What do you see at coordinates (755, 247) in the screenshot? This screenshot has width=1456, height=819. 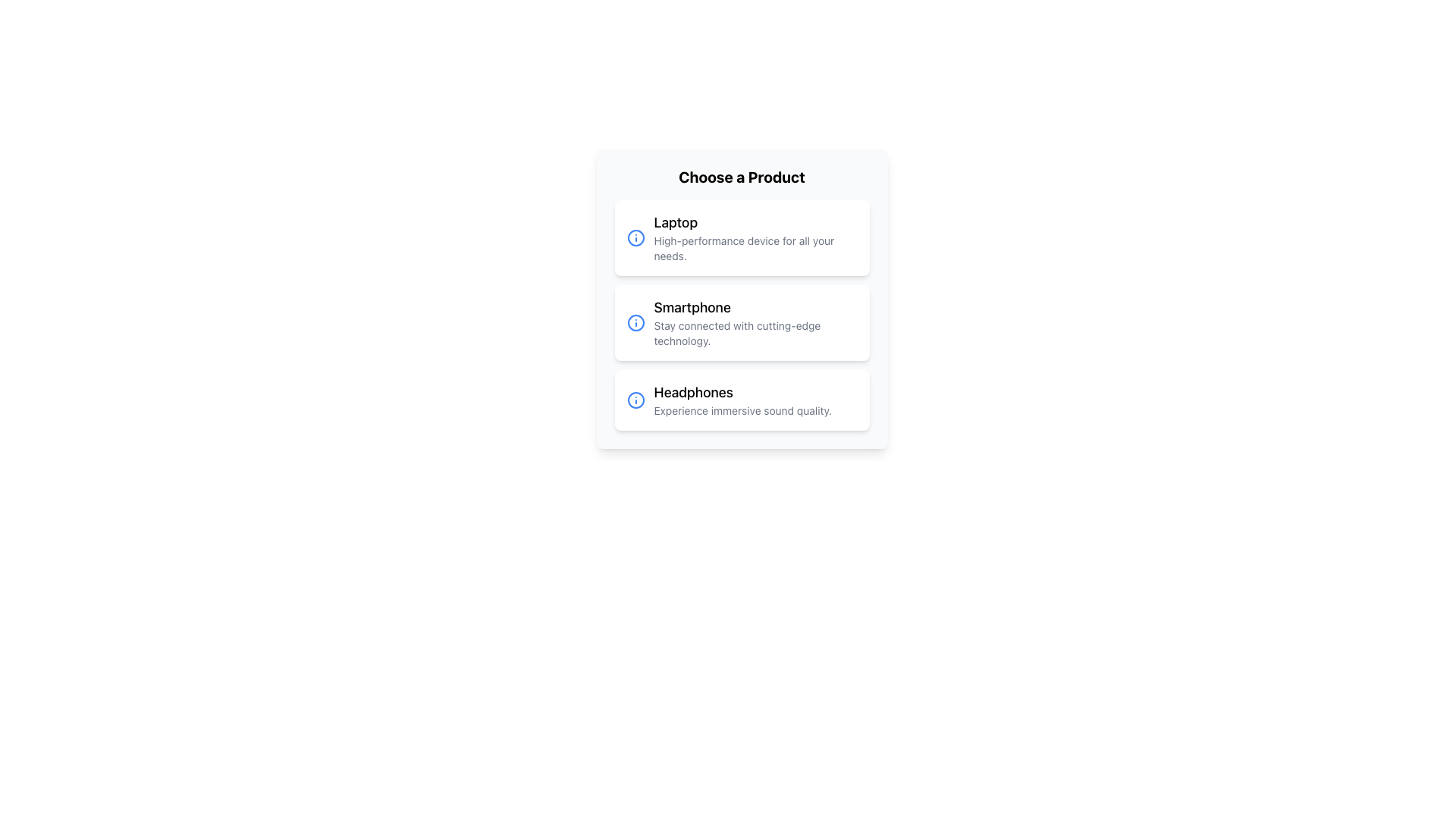 I see `the text snippet reading 'High-performance device for all your needs.' located below the 'Laptop' title within the first card of the 'Choose a Product' section` at bounding box center [755, 247].